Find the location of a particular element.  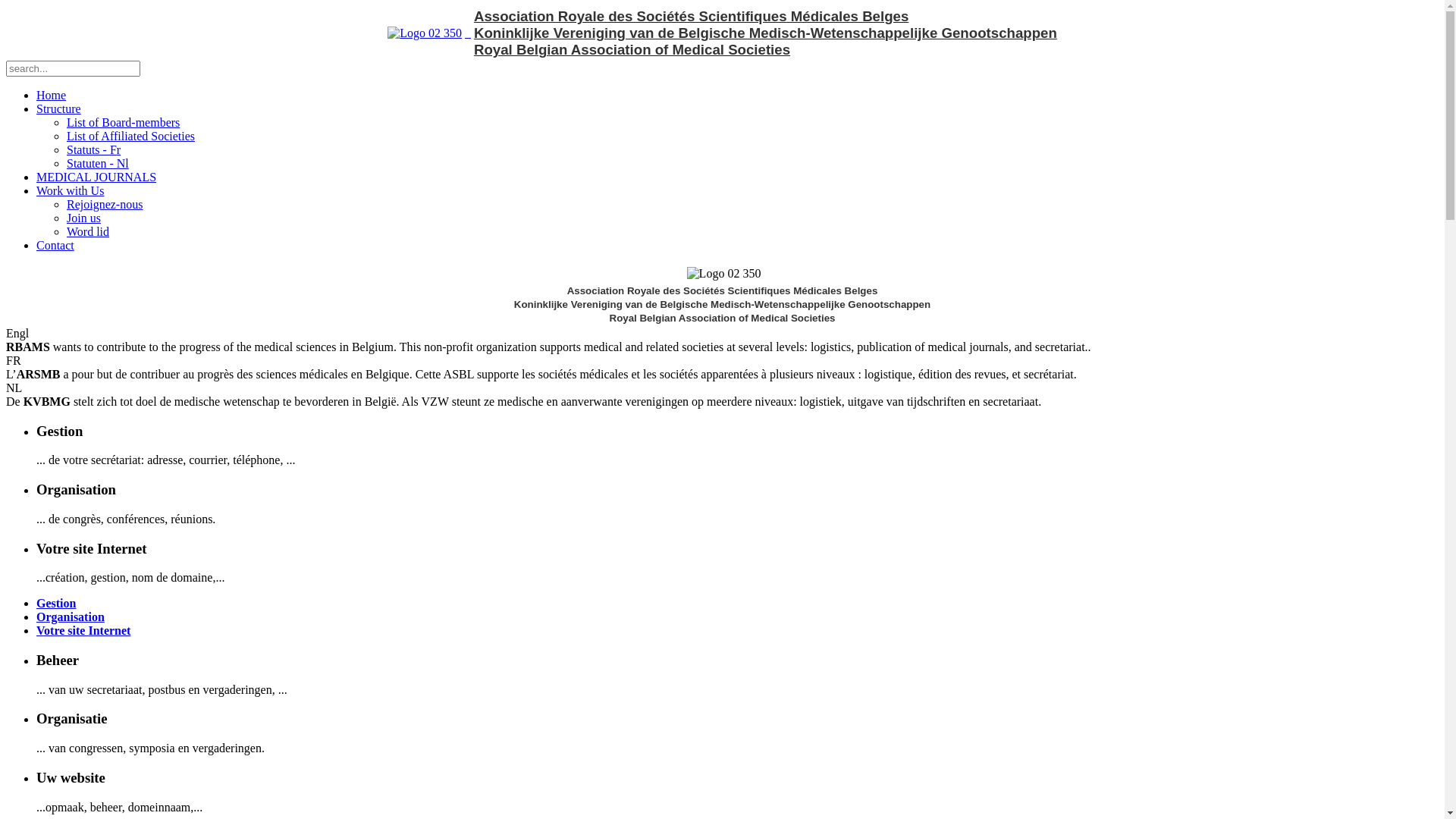

'Statuten - Nl' is located at coordinates (97, 163).